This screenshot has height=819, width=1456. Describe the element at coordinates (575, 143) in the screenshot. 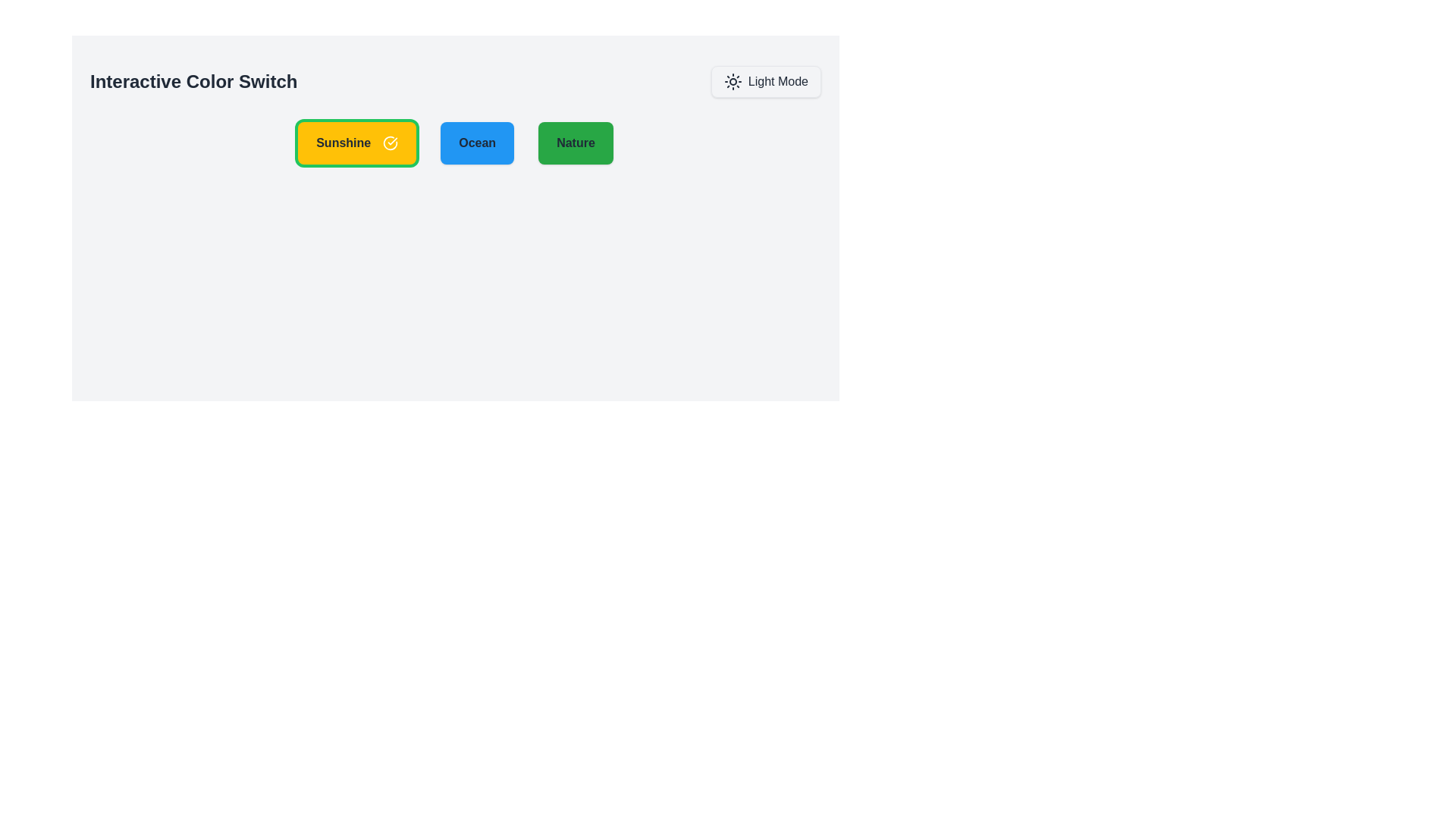

I see `the rounded rectangular button with a green background labeled 'Nature'` at that location.